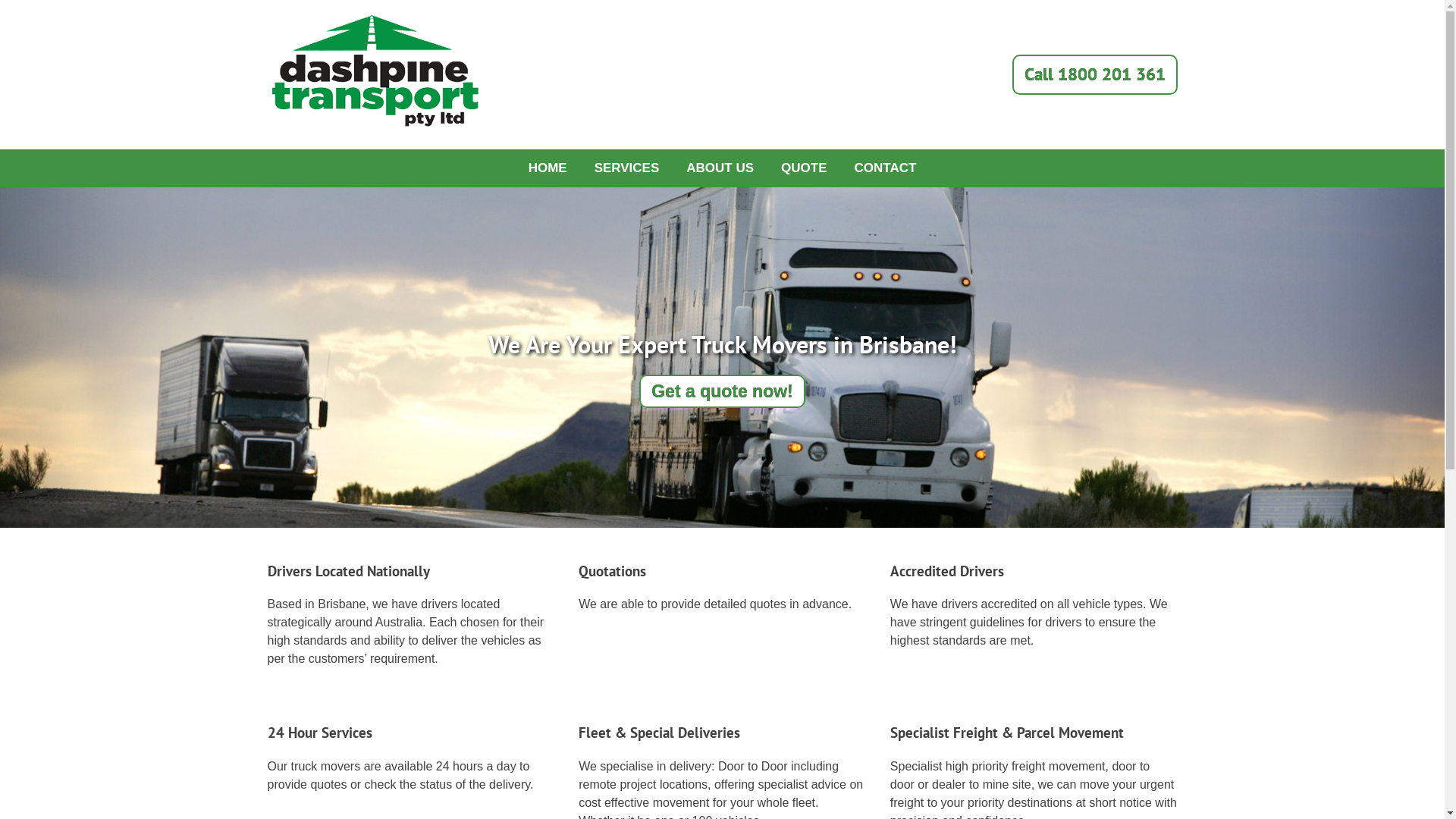  What do you see at coordinates (885, 168) in the screenshot?
I see `'CONTACT'` at bounding box center [885, 168].